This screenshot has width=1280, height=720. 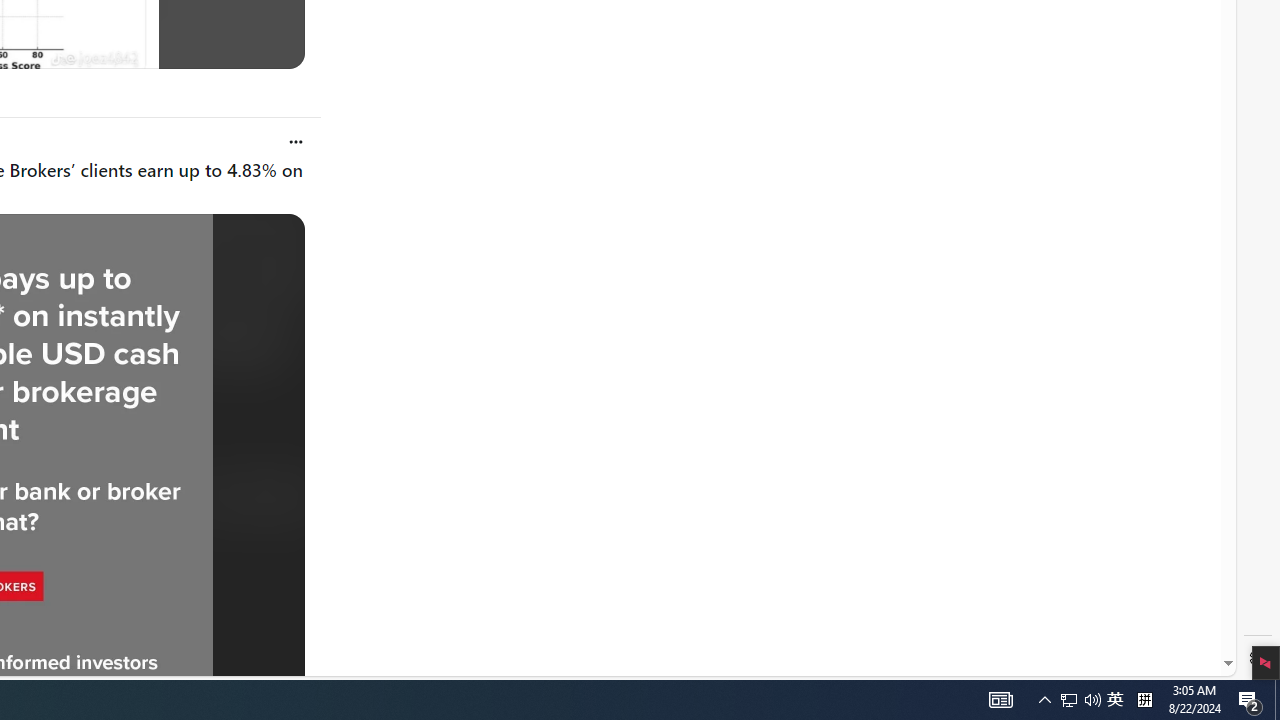 What do you see at coordinates (294, 140) in the screenshot?
I see `'Open user actions'` at bounding box center [294, 140].